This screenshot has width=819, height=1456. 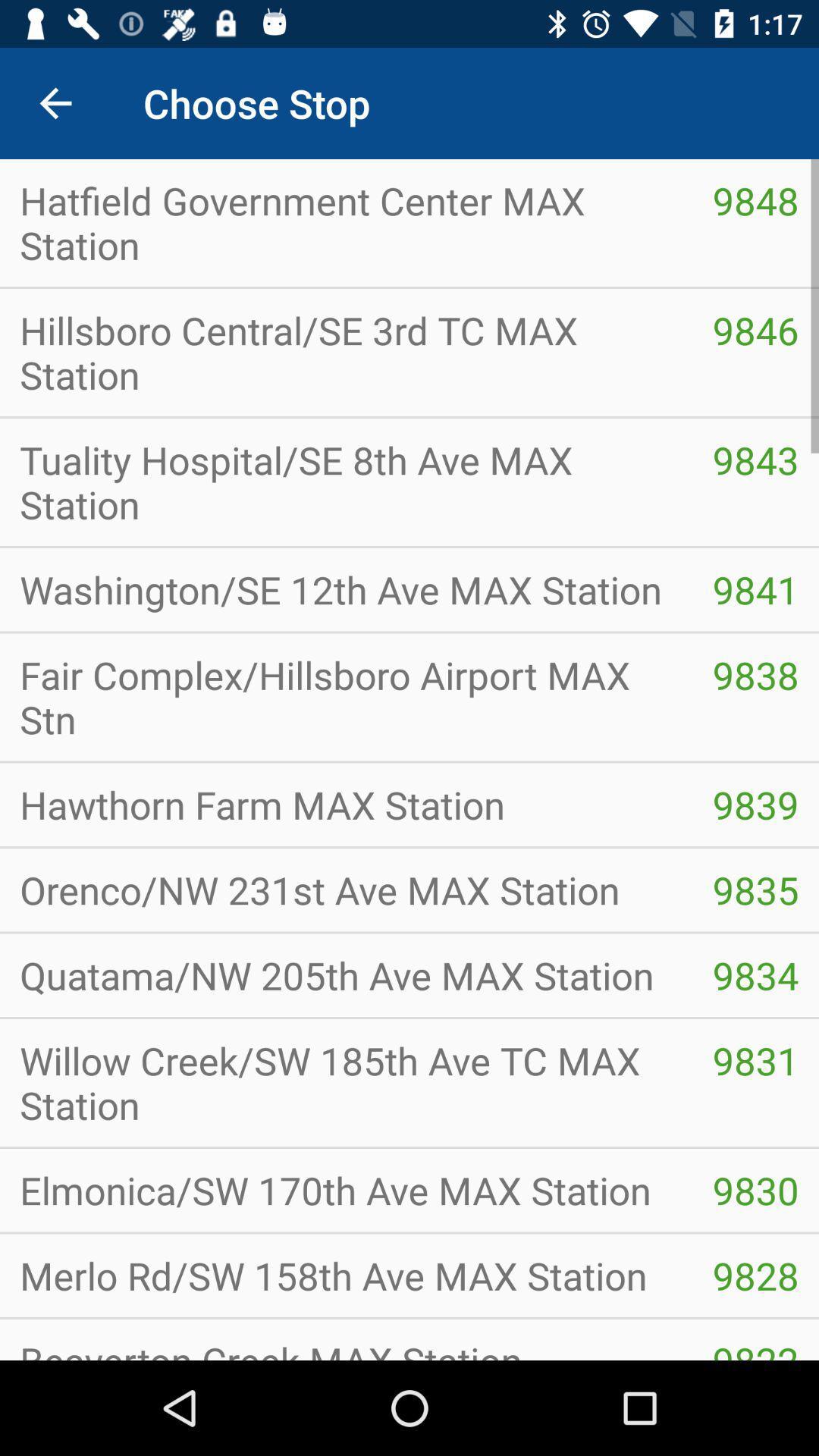 What do you see at coordinates (346, 975) in the screenshot?
I see `icon below orenco nw 231st item` at bounding box center [346, 975].